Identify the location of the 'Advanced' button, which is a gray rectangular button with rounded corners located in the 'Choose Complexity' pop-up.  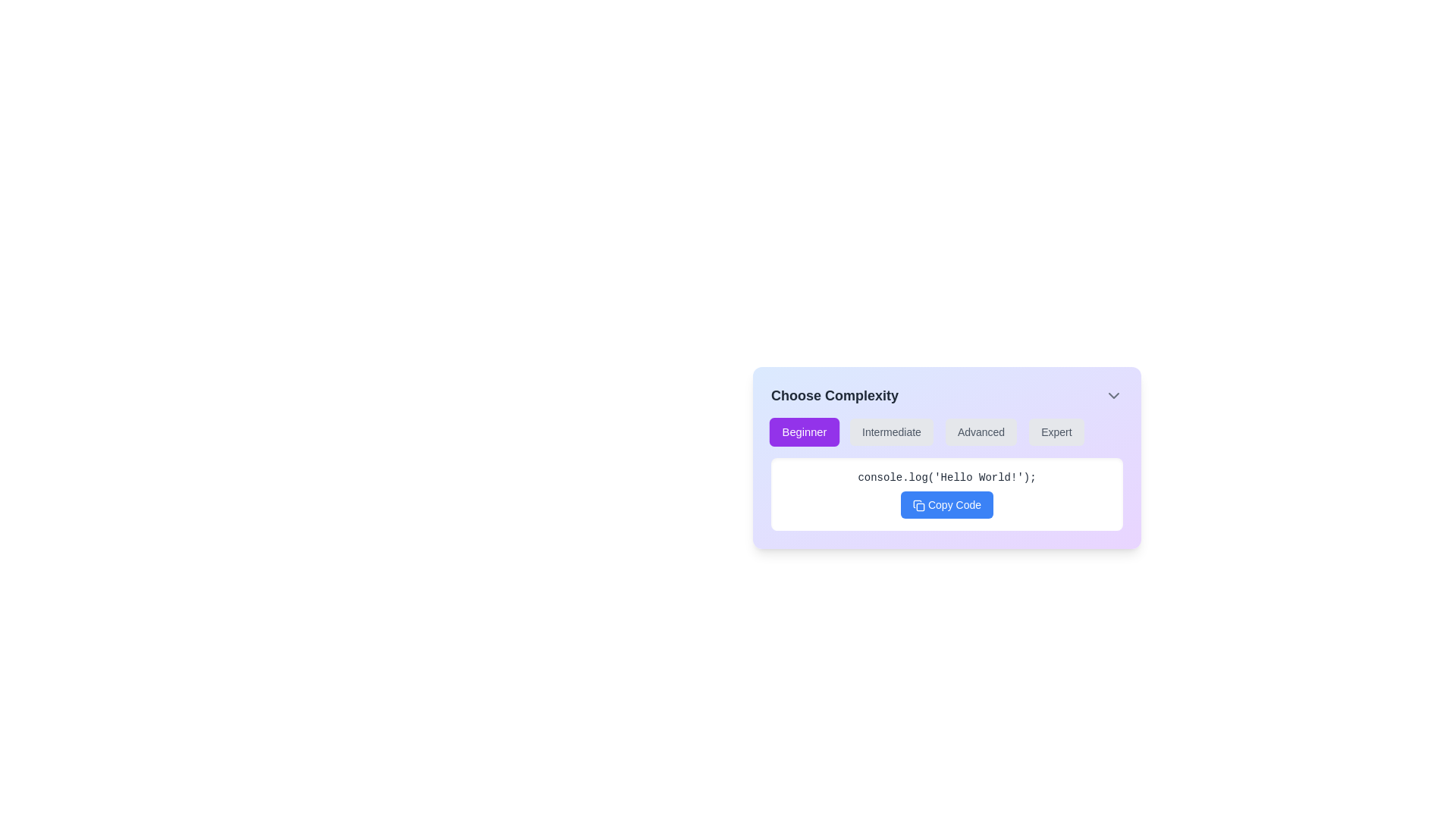
(981, 432).